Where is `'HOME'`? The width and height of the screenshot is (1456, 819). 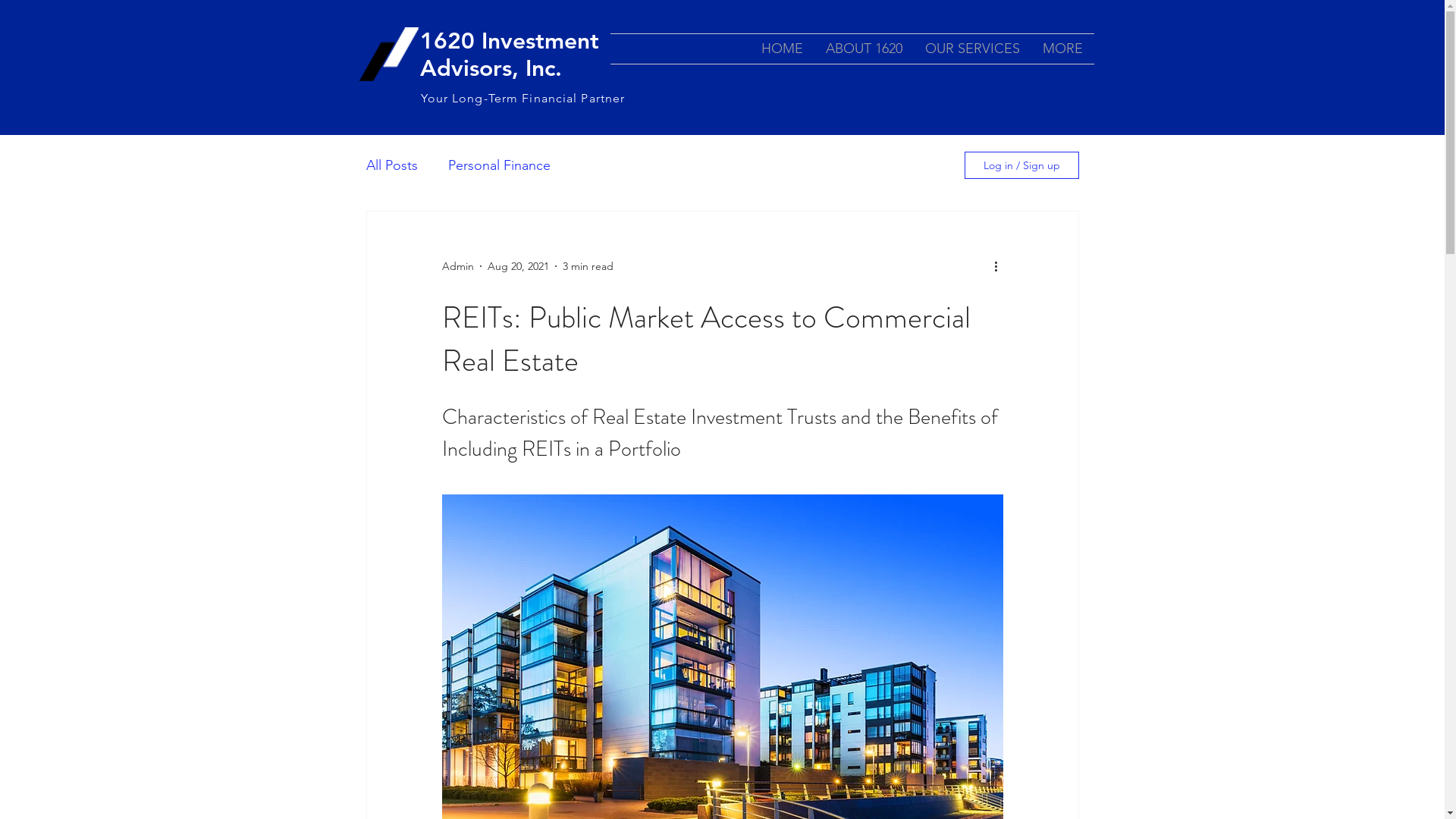 'HOME' is located at coordinates (781, 48).